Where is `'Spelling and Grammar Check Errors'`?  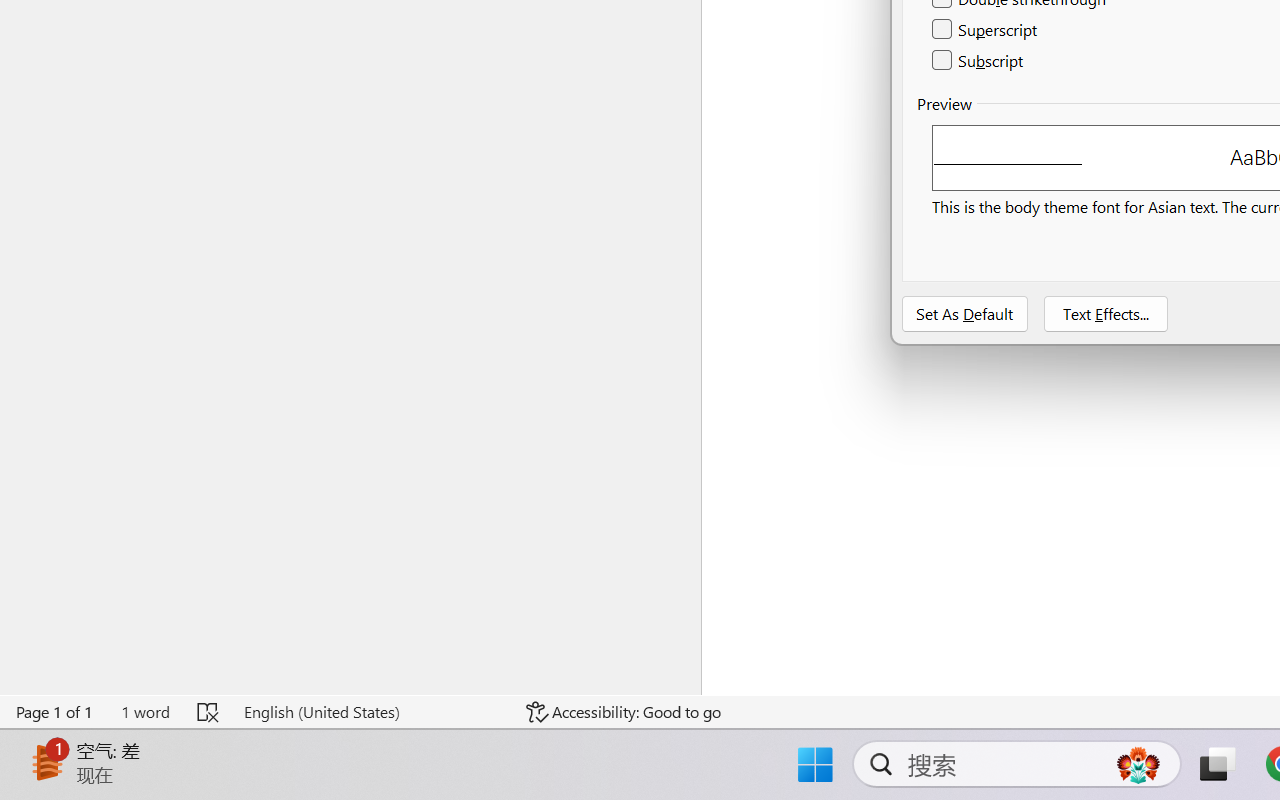
'Spelling and Grammar Check Errors' is located at coordinates (209, 711).